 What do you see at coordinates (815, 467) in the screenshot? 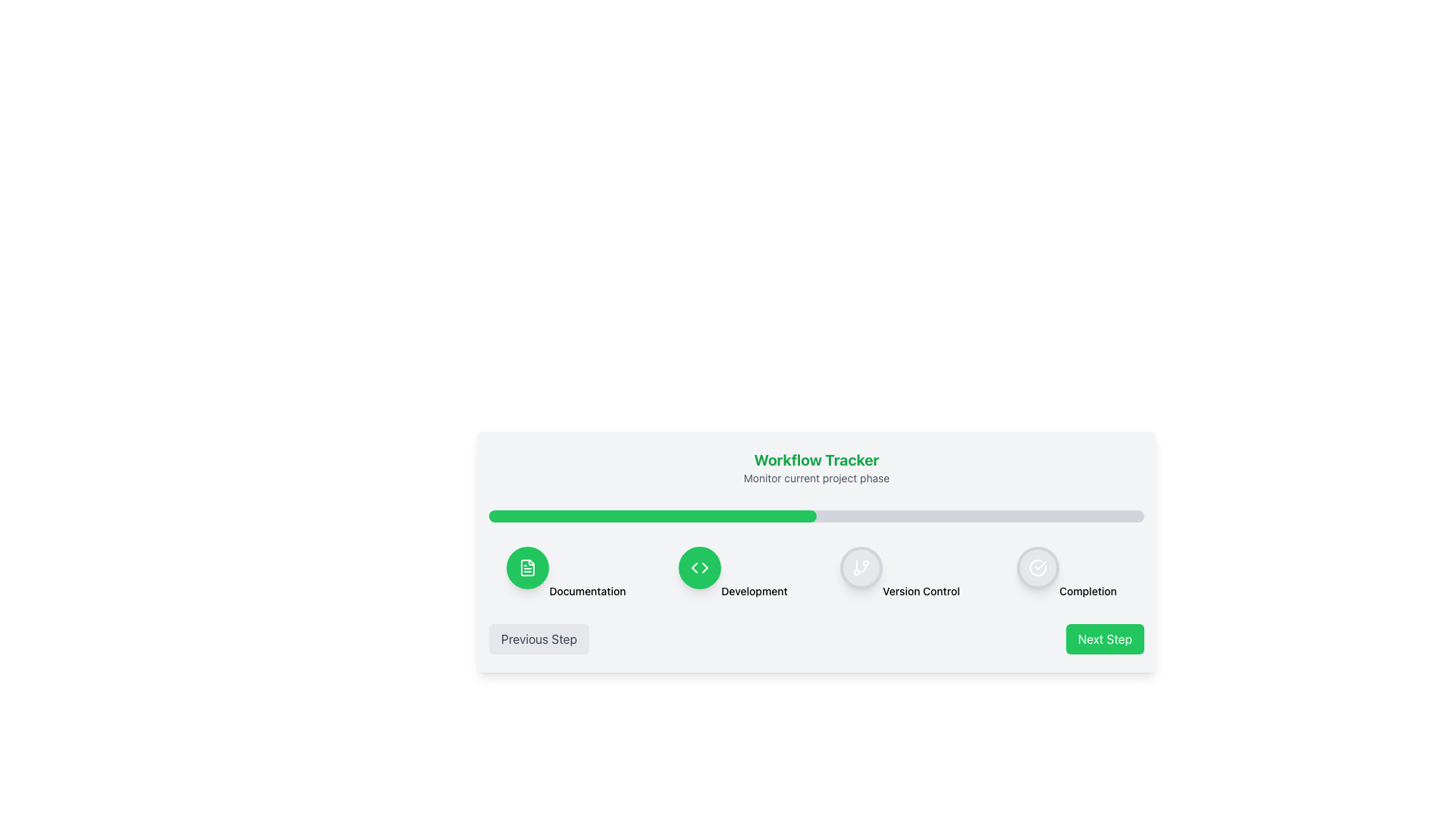
I see `the 'Workflow Tracker' text component, which features a bold green title and a subtitle in gray, to see details` at bounding box center [815, 467].